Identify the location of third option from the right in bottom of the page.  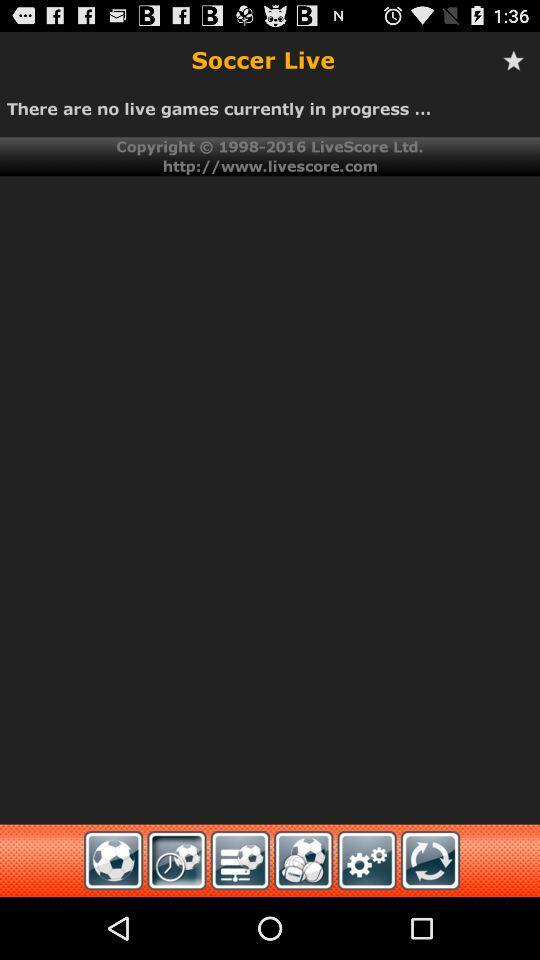
(240, 859).